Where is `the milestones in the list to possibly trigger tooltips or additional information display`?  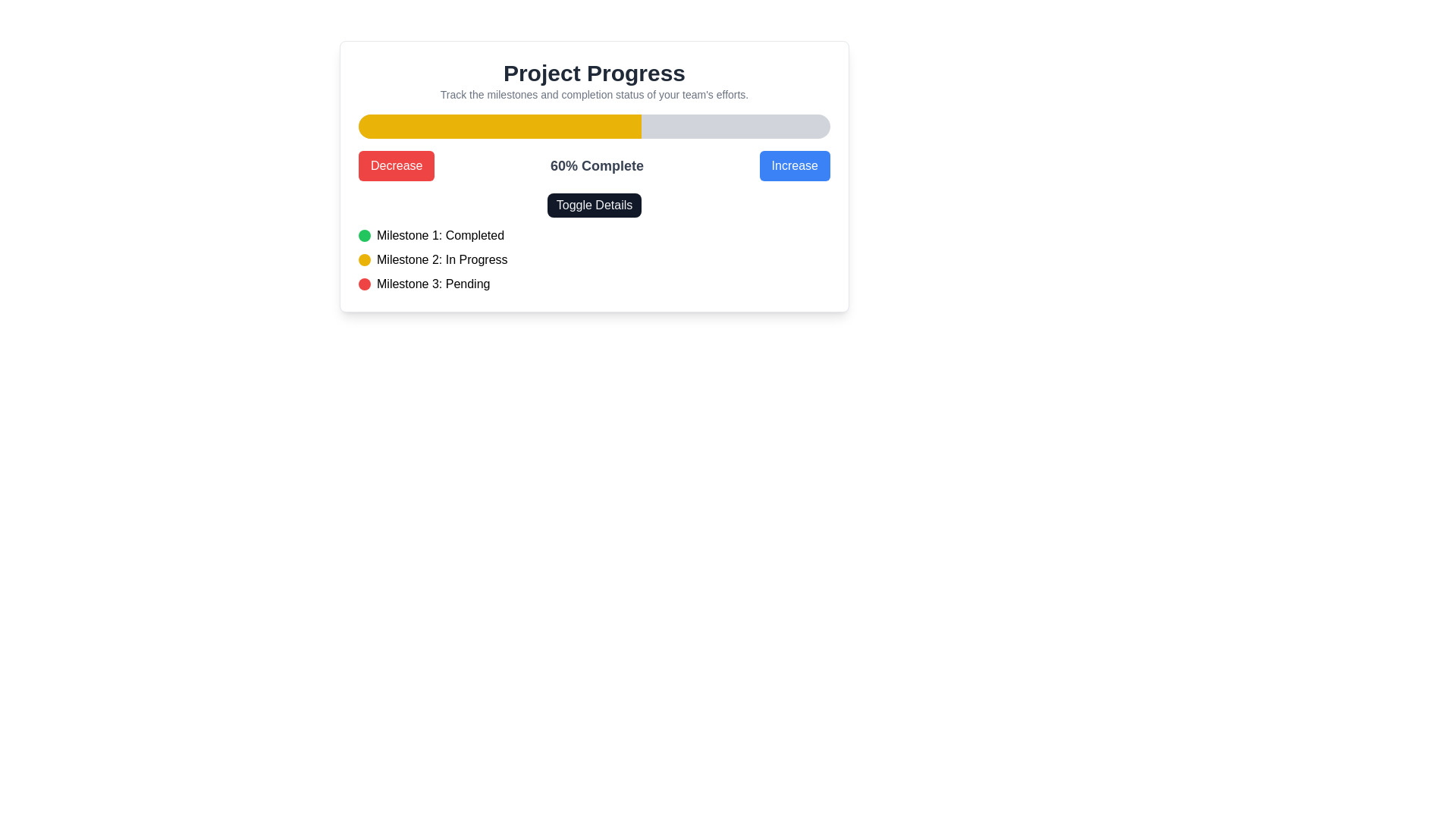 the milestones in the list to possibly trigger tooltips or additional information display is located at coordinates (593, 242).